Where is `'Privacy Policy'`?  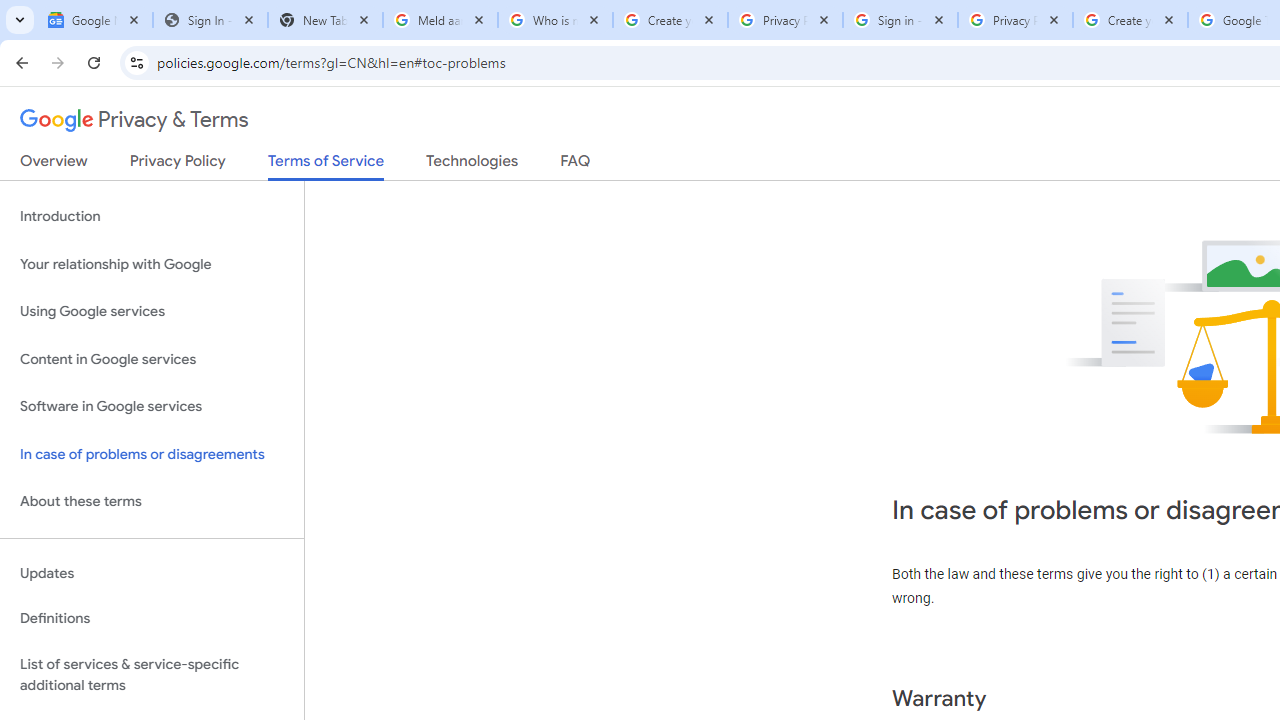 'Privacy Policy' is located at coordinates (177, 164).